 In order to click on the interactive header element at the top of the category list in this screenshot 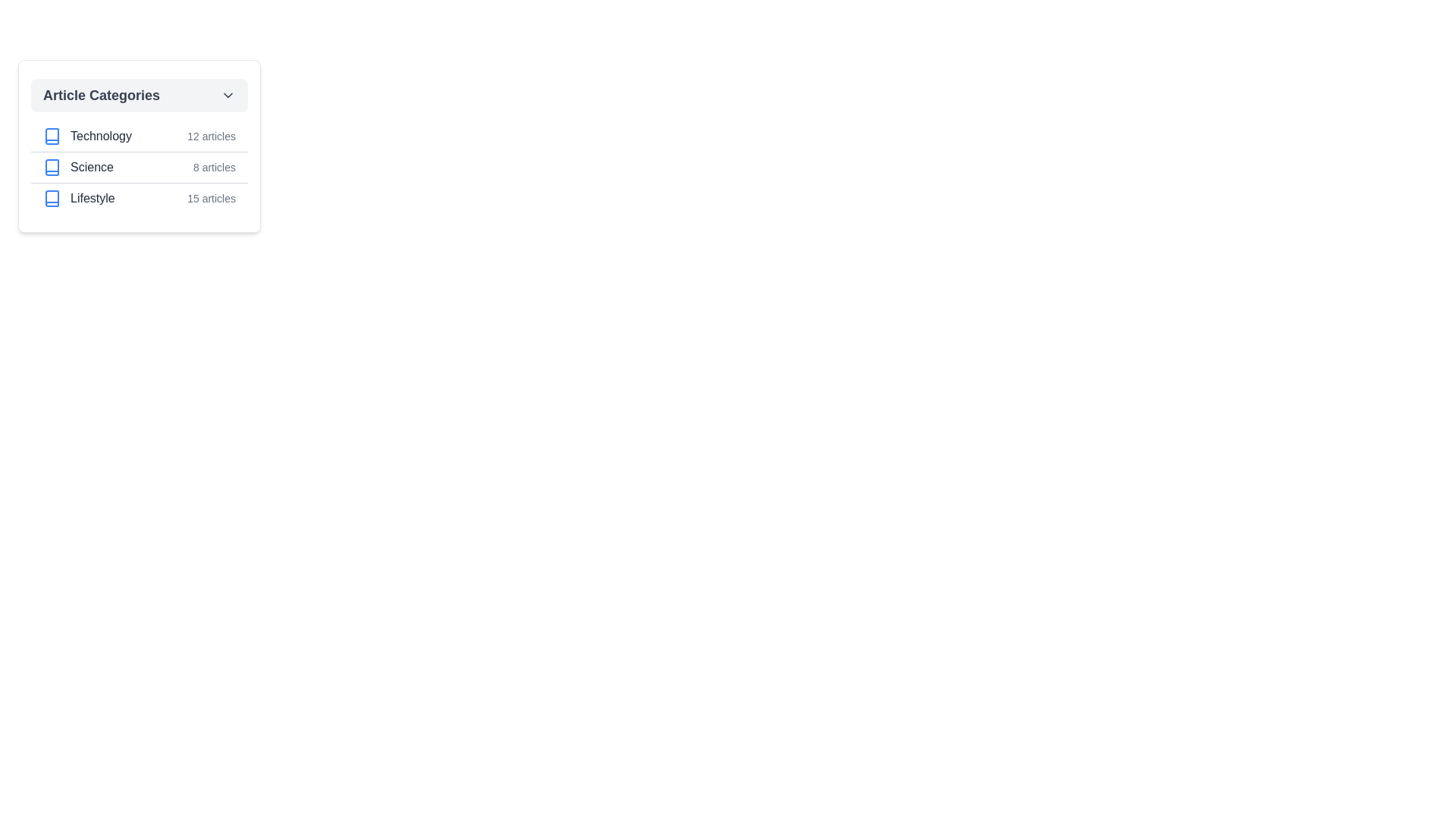, I will do `click(139, 96)`.